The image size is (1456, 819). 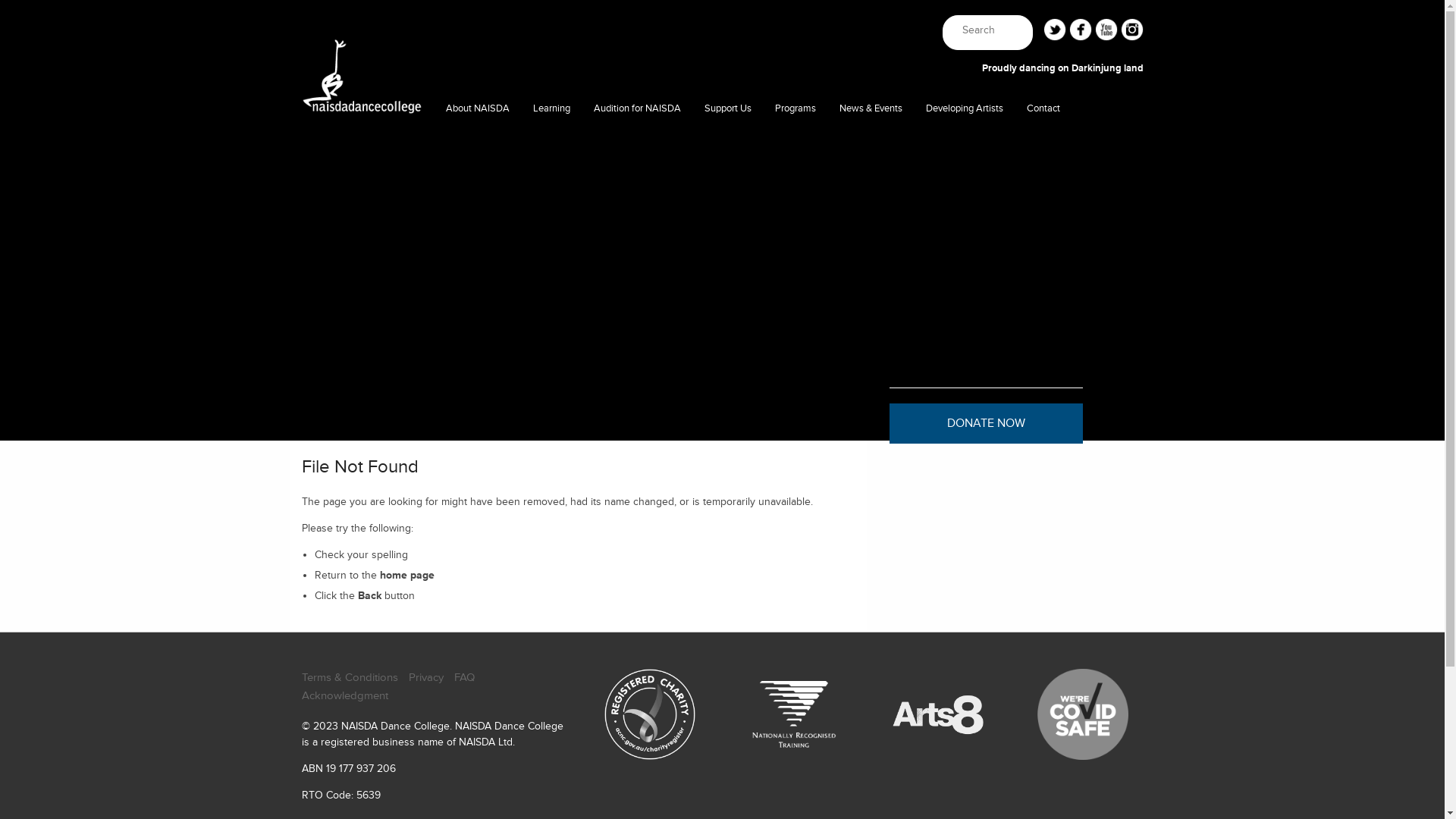 What do you see at coordinates (551, 108) in the screenshot?
I see `'Learning'` at bounding box center [551, 108].